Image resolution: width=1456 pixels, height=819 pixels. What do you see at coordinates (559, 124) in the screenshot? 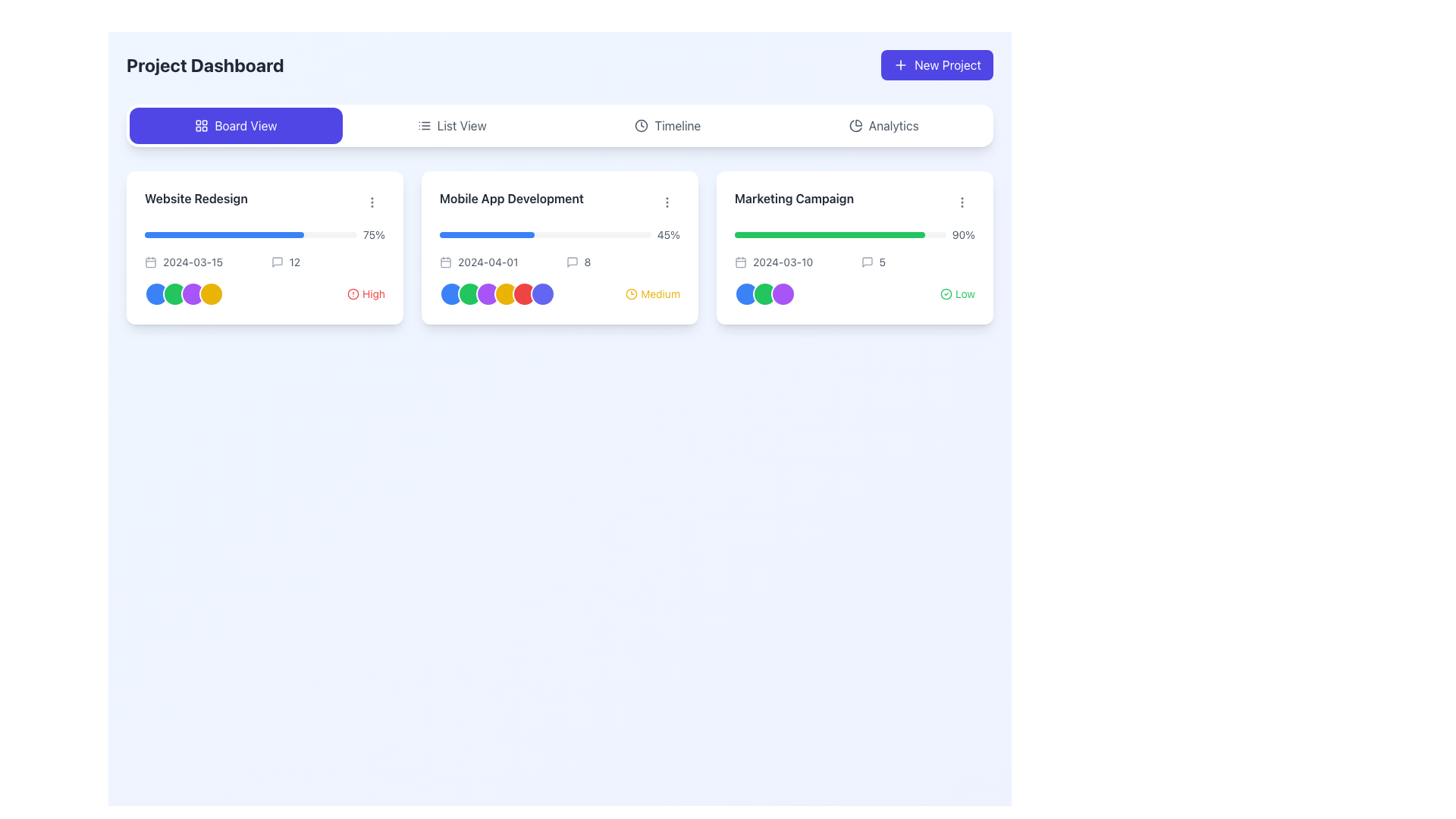
I see `the Toolbar with navigation options` at bounding box center [559, 124].